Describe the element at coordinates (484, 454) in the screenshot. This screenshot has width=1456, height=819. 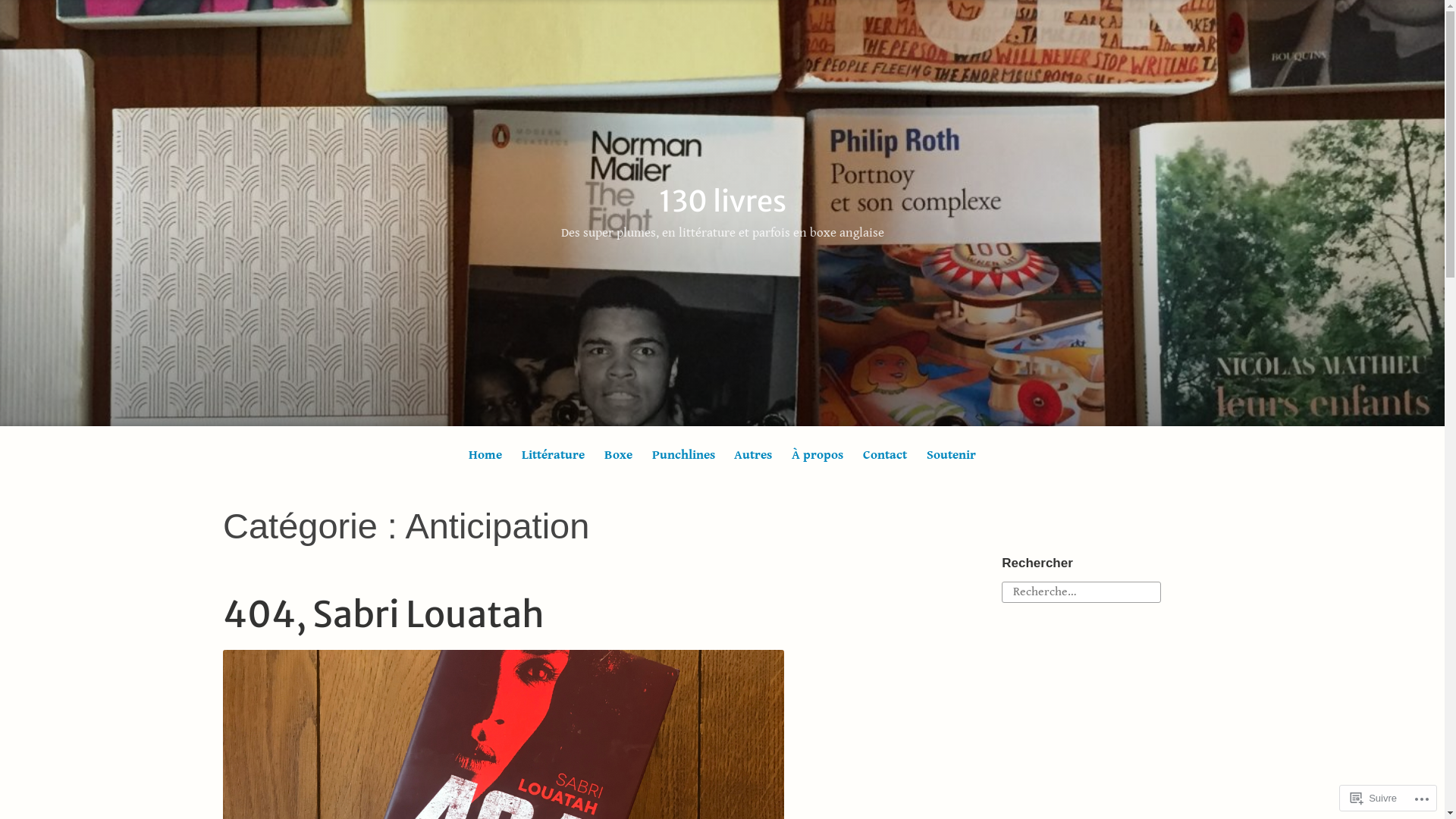
I see `'Home'` at that location.